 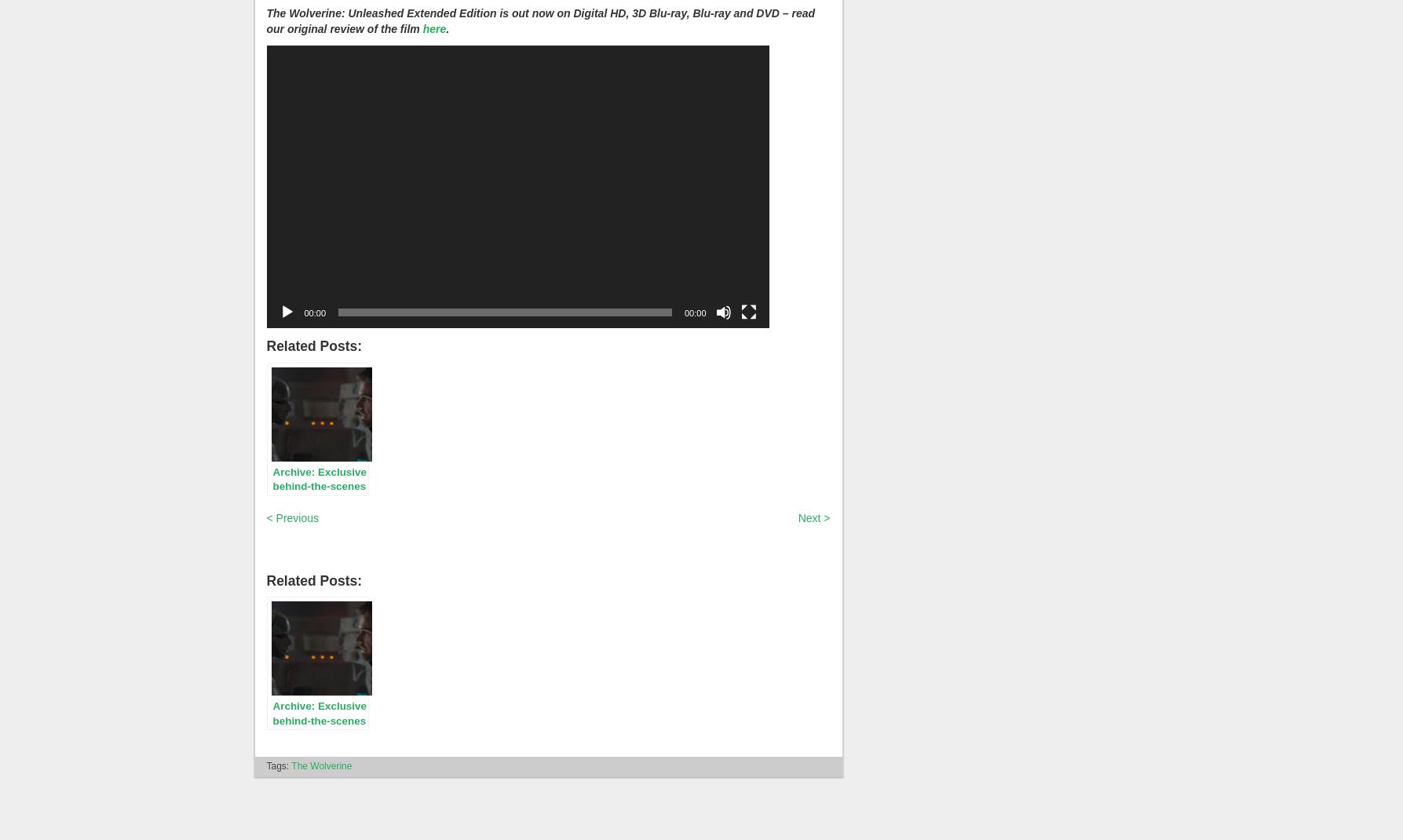 I want to click on '.', so click(x=447, y=28).